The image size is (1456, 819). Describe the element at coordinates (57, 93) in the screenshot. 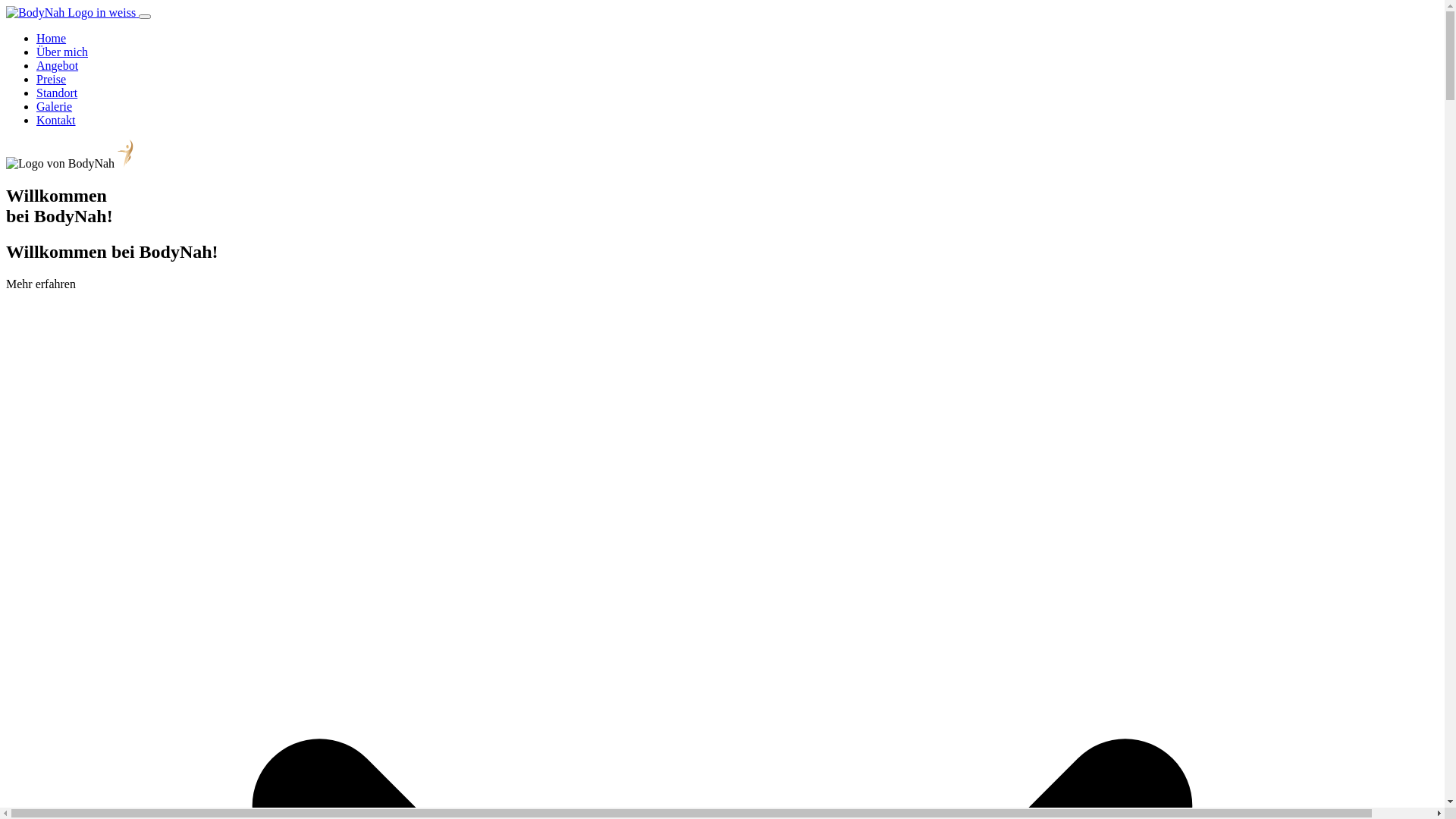

I see `'Standort'` at that location.